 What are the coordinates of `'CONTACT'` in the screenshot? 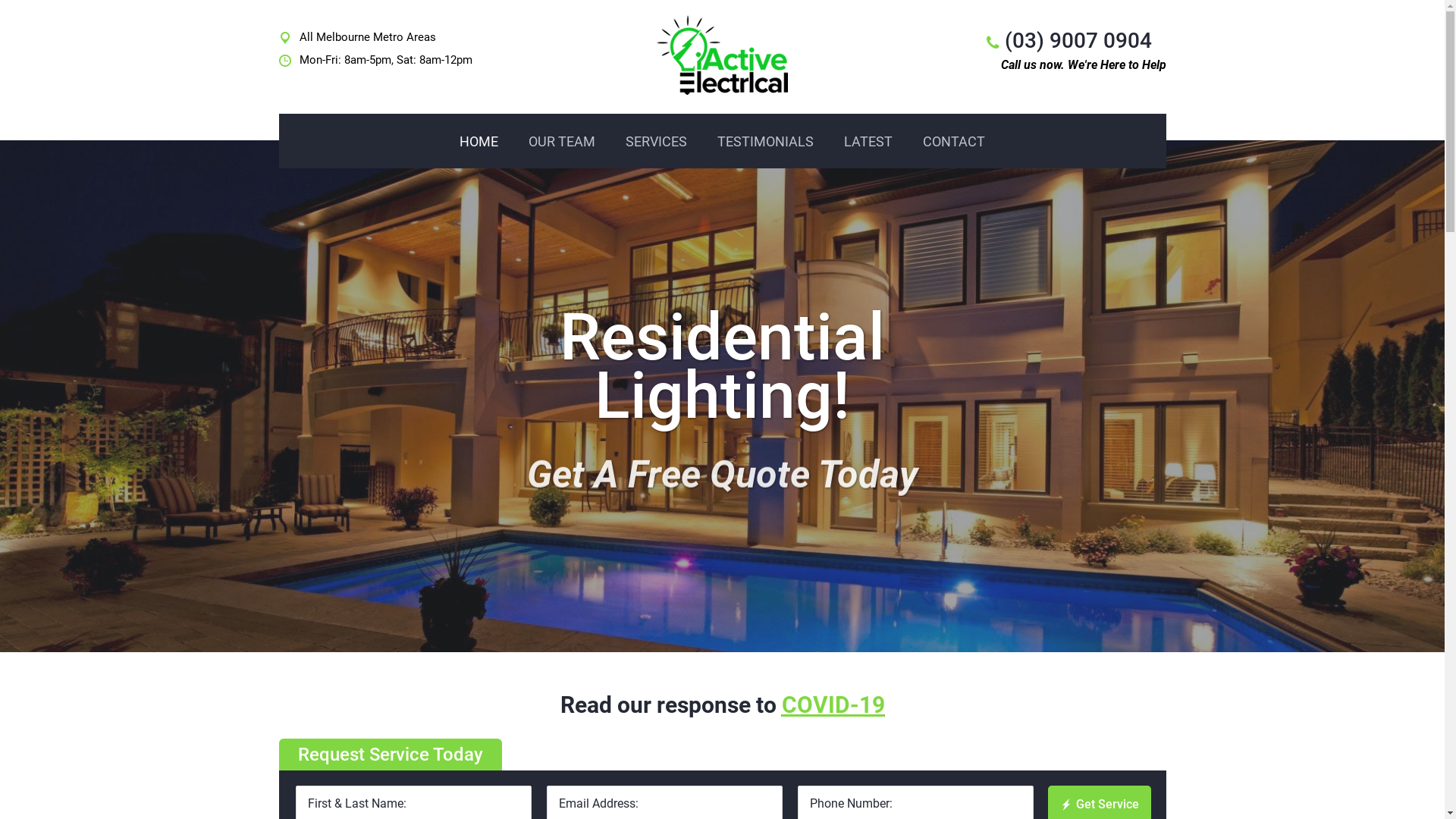 It's located at (952, 141).